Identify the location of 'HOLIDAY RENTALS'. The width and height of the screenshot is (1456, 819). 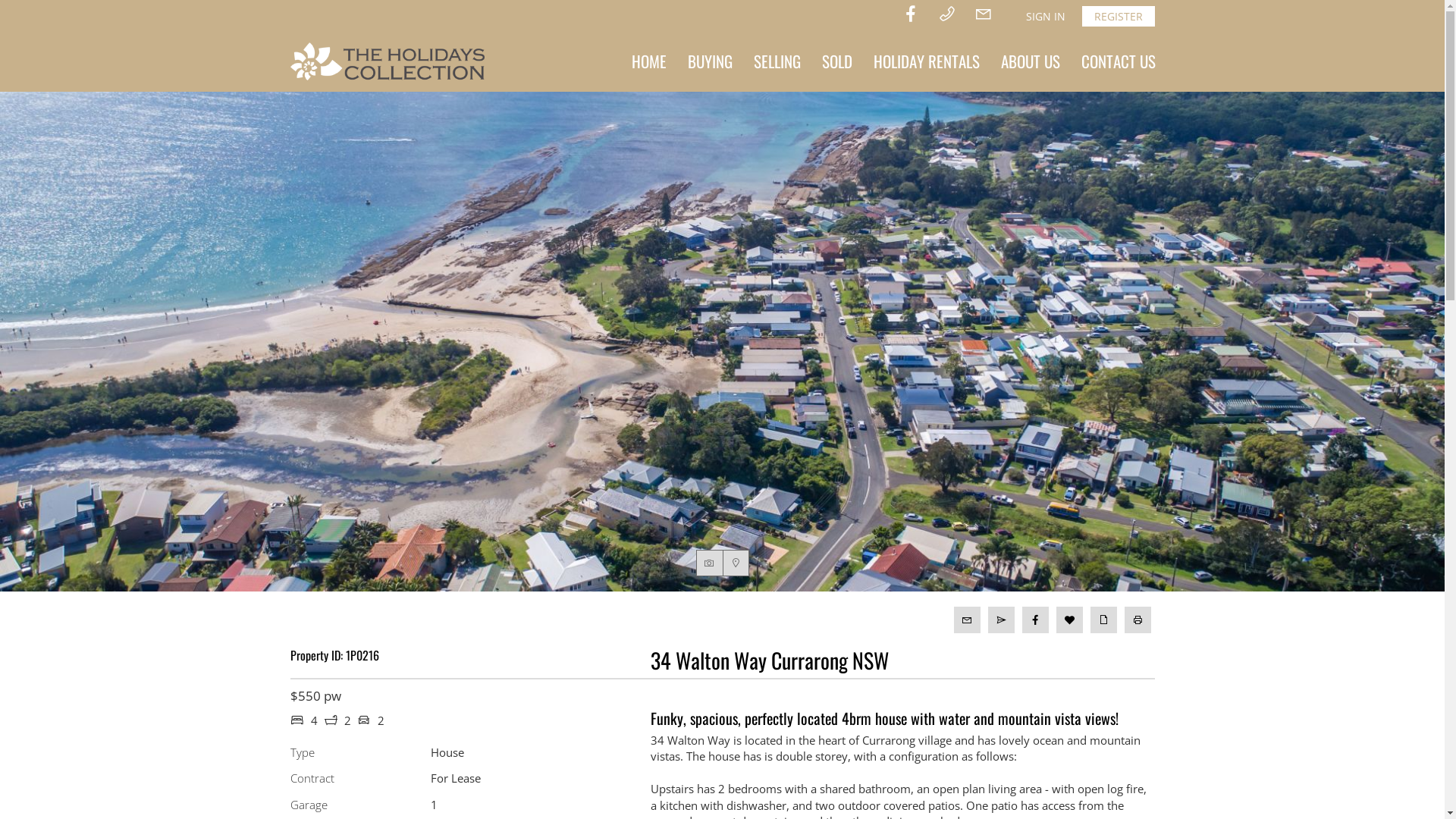
(926, 61).